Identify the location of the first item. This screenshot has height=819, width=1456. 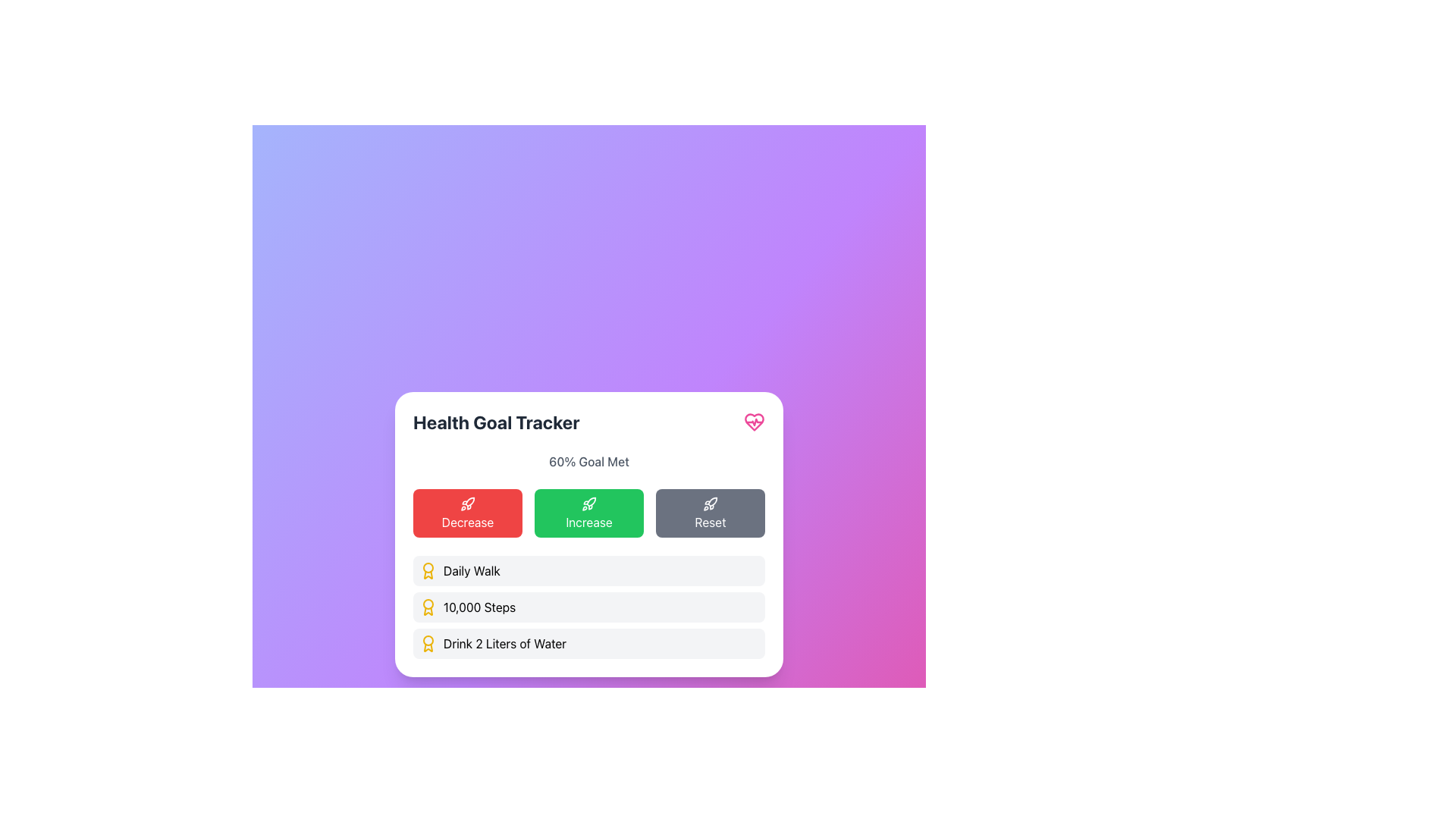
(588, 570).